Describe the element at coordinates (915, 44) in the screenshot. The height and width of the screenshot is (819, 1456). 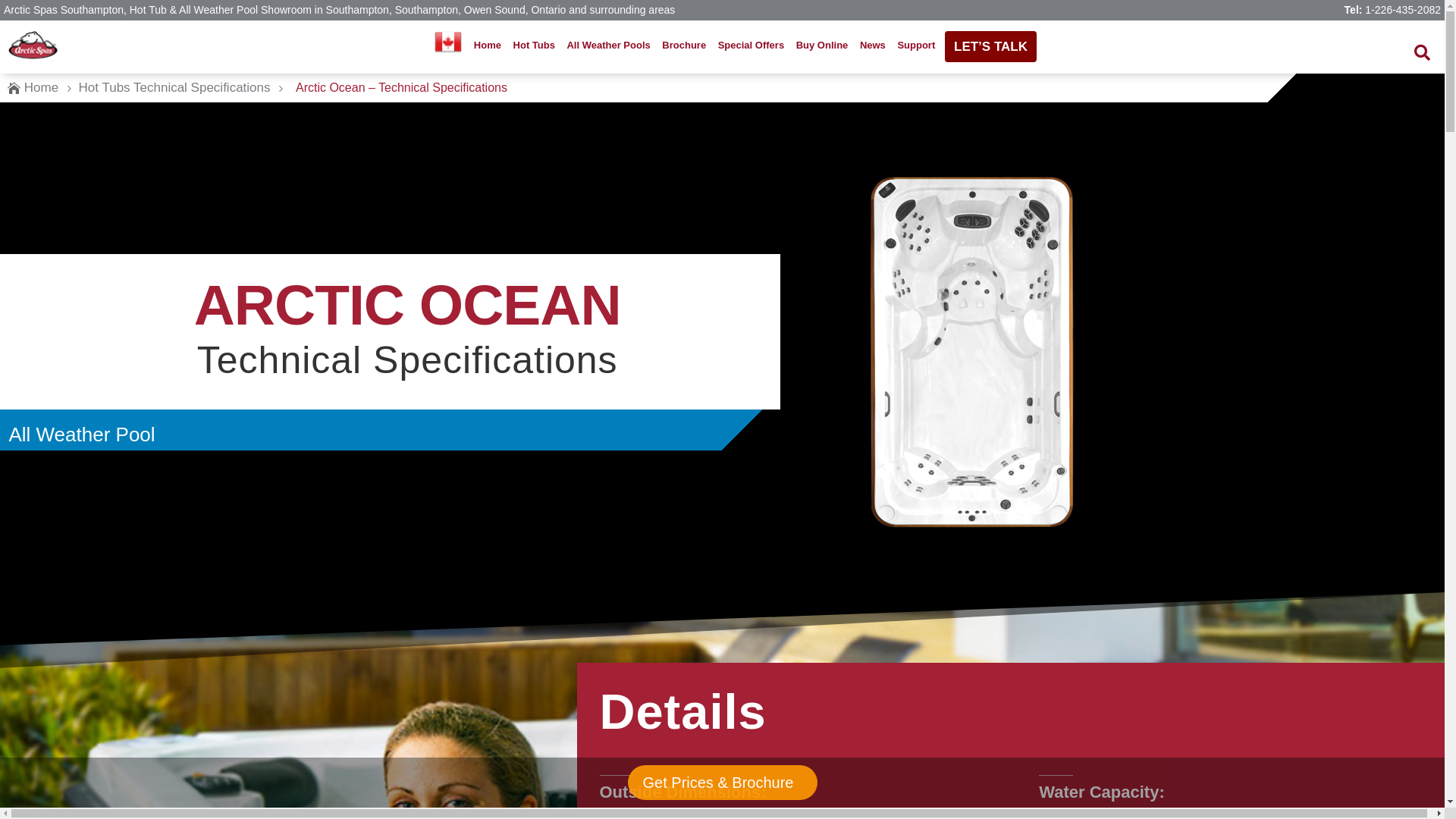
I see `'Support'` at that location.